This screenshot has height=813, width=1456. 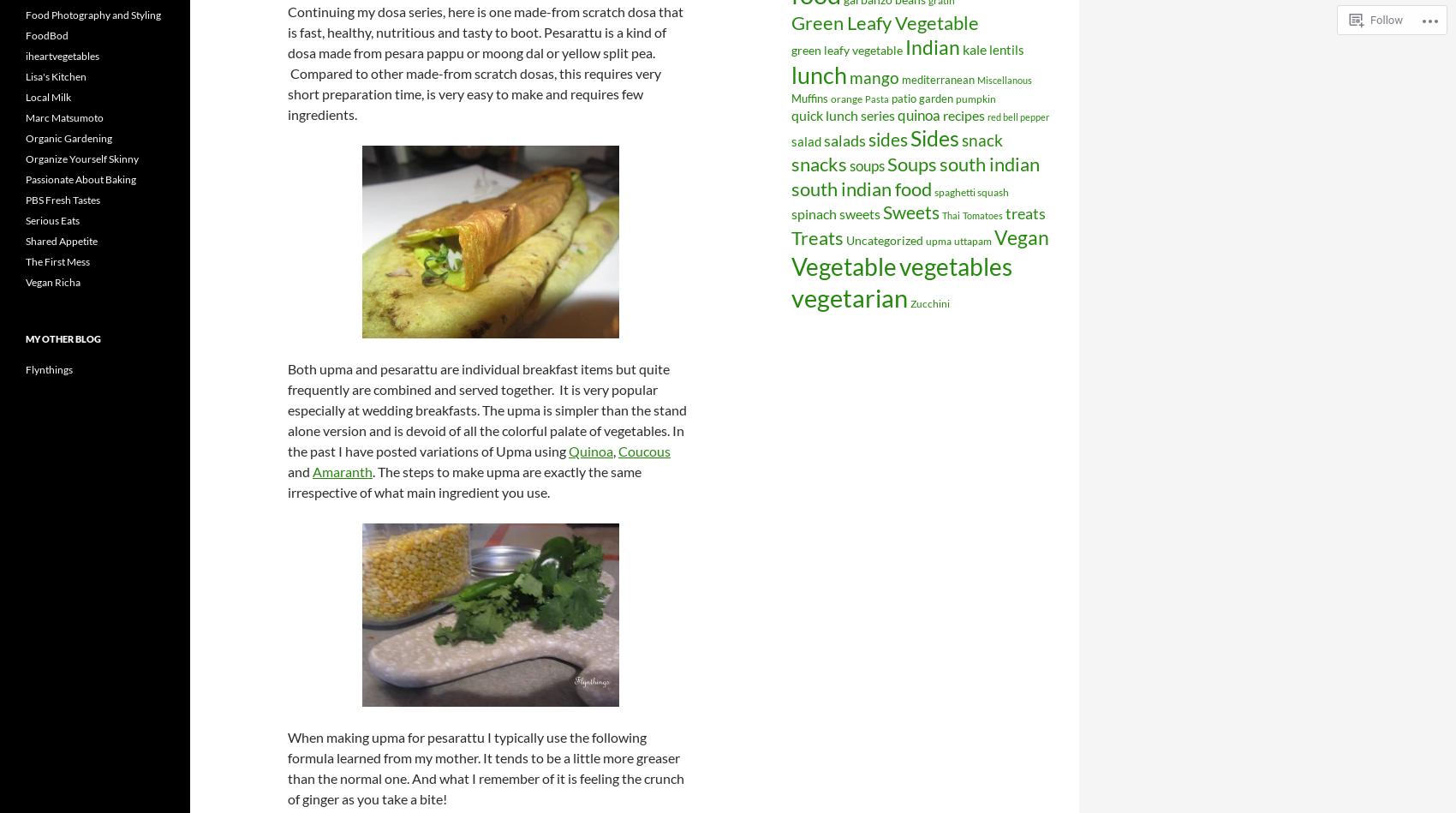 What do you see at coordinates (486, 409) in the screenshot?
I see `'Both upma and pesarattu are individual breakfast items but quite frequently are combined and served together.  It is very popular especially at wedding breakfasts. The upma is simpler than the stand alone version and is devoid of all the colorful palate of vegetables. In the past I have posted variations of Upma using'` at bounding box center [486, 409].